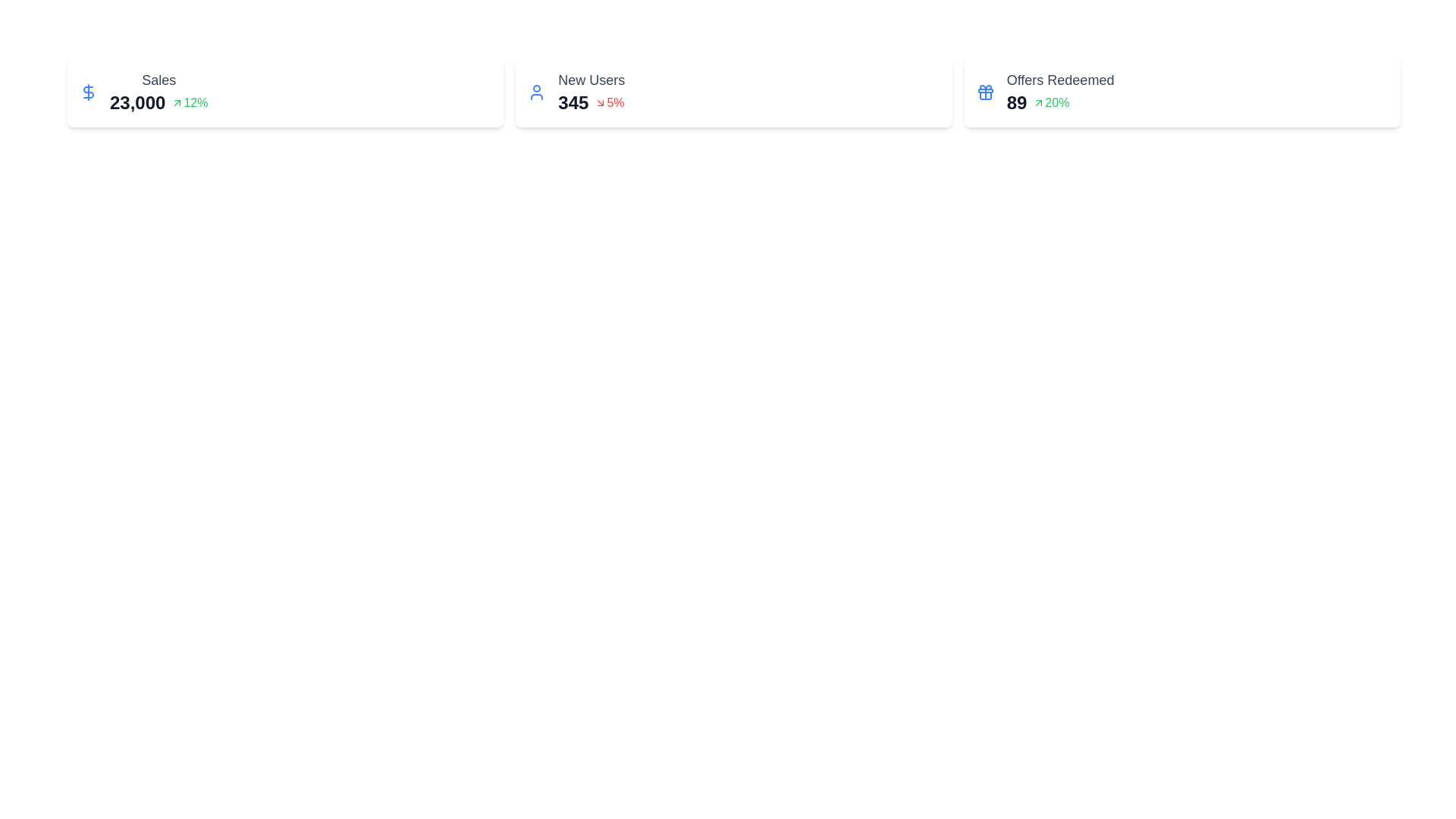 Image resolution: width=1456 pixels, height=819 pixels. Describe the element at coordinates (1038, 102) in the screenshot. I see `the upward trend icon located to the left of the green '20%' text within the 'Offers Redeemed' card, positioned at the upper-right corner of the card` at that location.